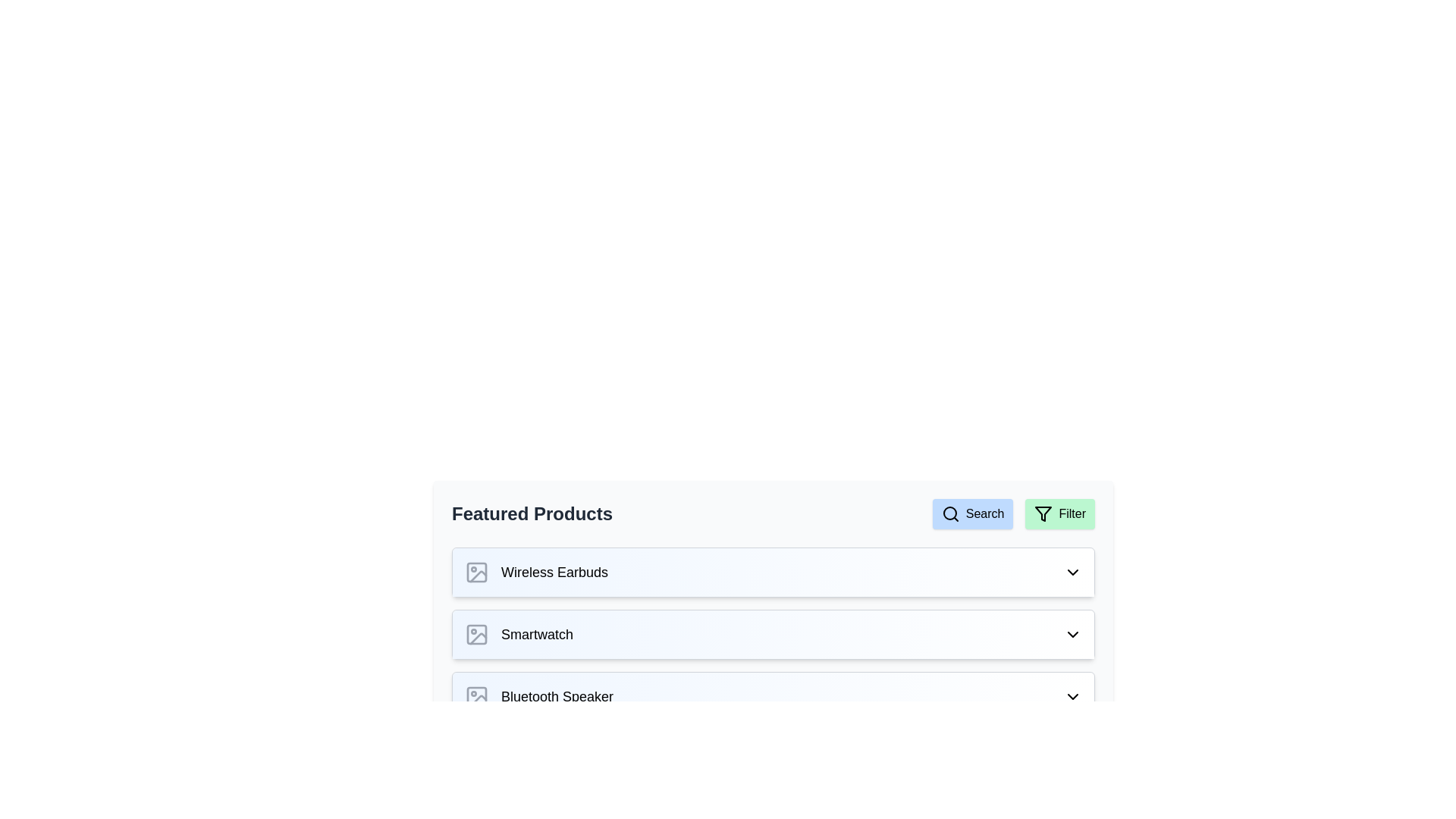 The width and height of the screenshot is (1456, 819). I want to click on the 'Bluetooth Speaker' text element that has a bold, medium-sized font and an accompanying image placeholder icon to its left, so click(538, 696).